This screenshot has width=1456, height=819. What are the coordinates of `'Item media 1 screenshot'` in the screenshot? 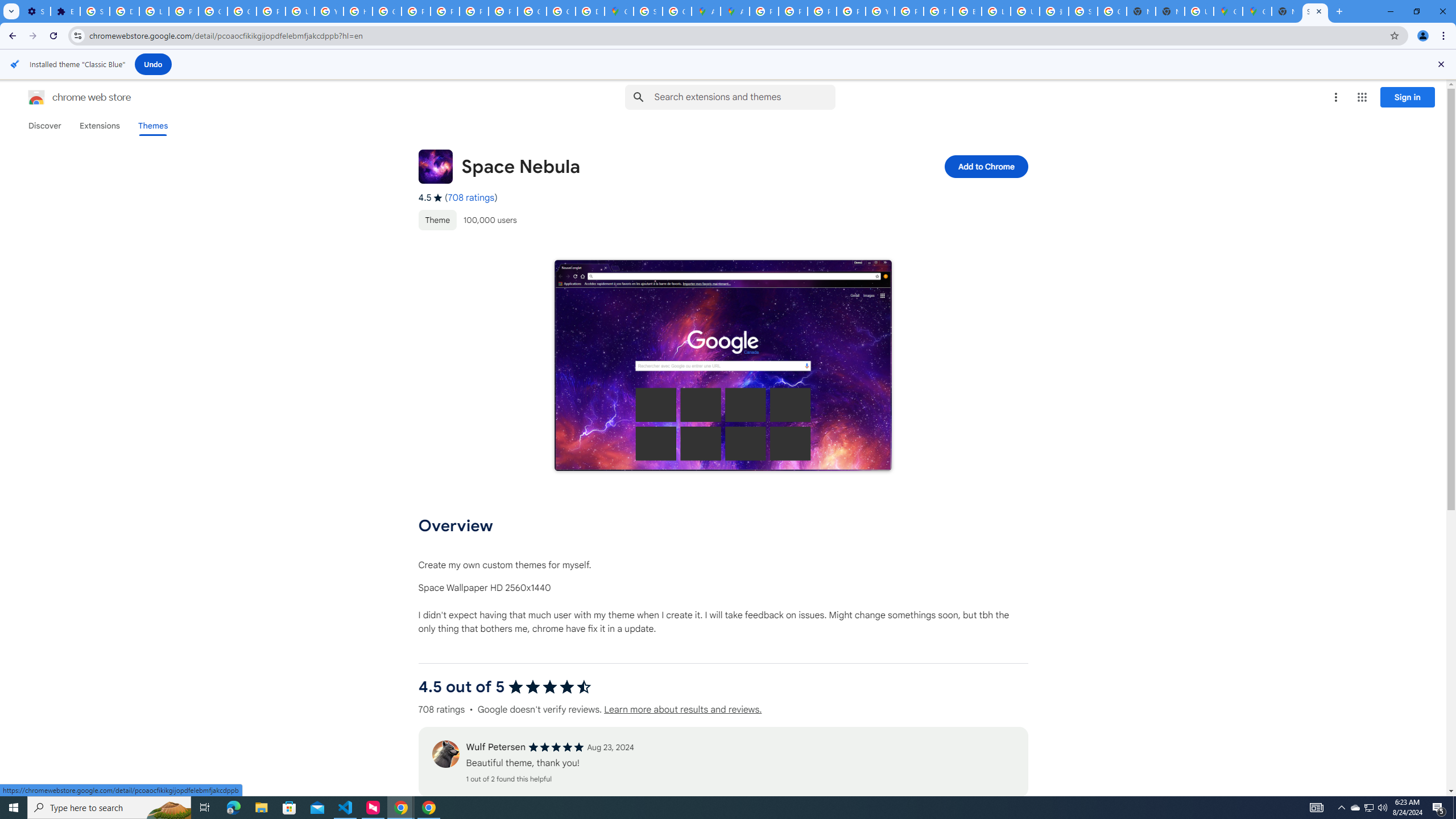 It's located at (723, 365).